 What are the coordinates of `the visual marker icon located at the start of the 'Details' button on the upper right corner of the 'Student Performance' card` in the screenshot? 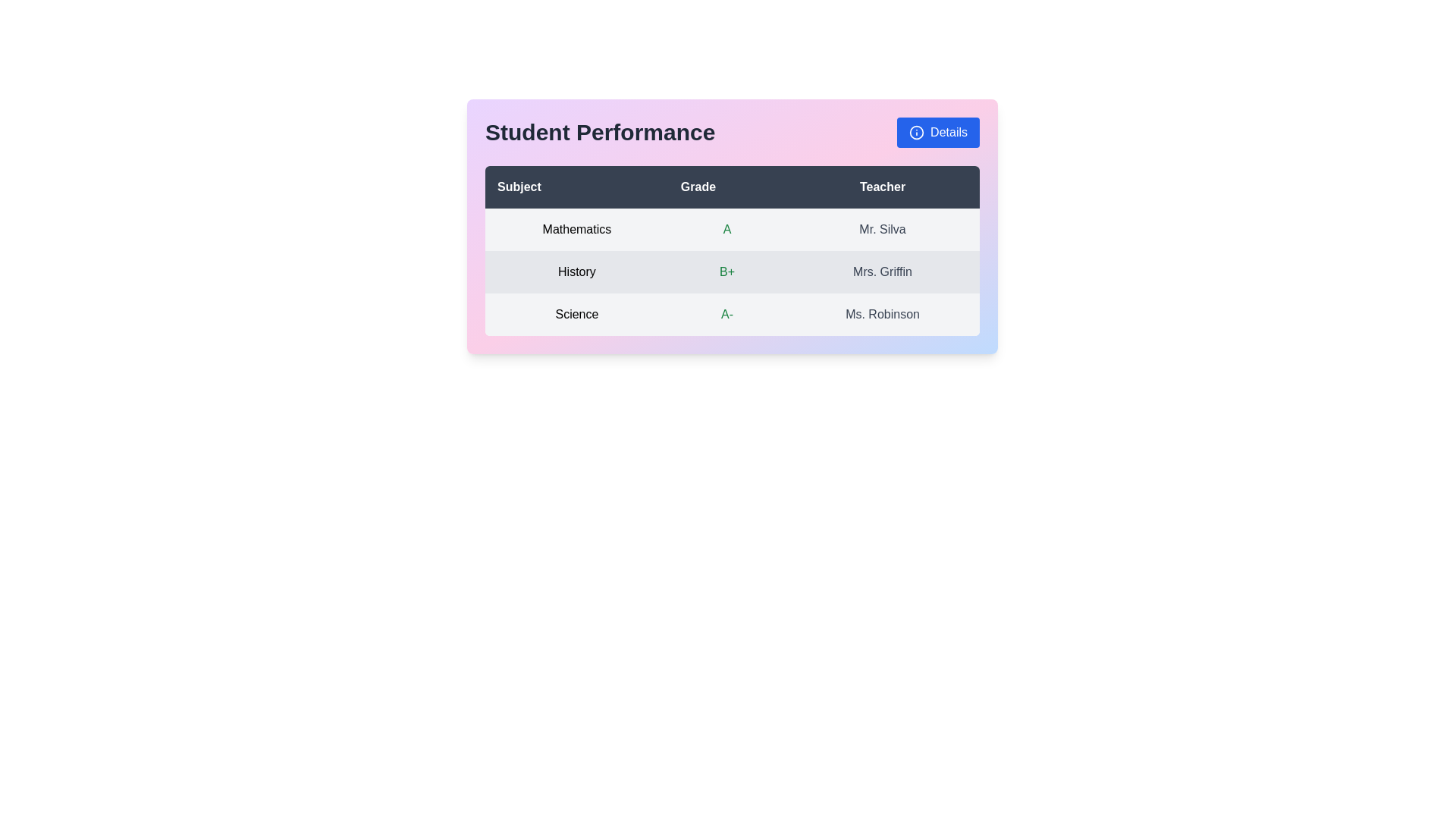 It's located at (916, 131).